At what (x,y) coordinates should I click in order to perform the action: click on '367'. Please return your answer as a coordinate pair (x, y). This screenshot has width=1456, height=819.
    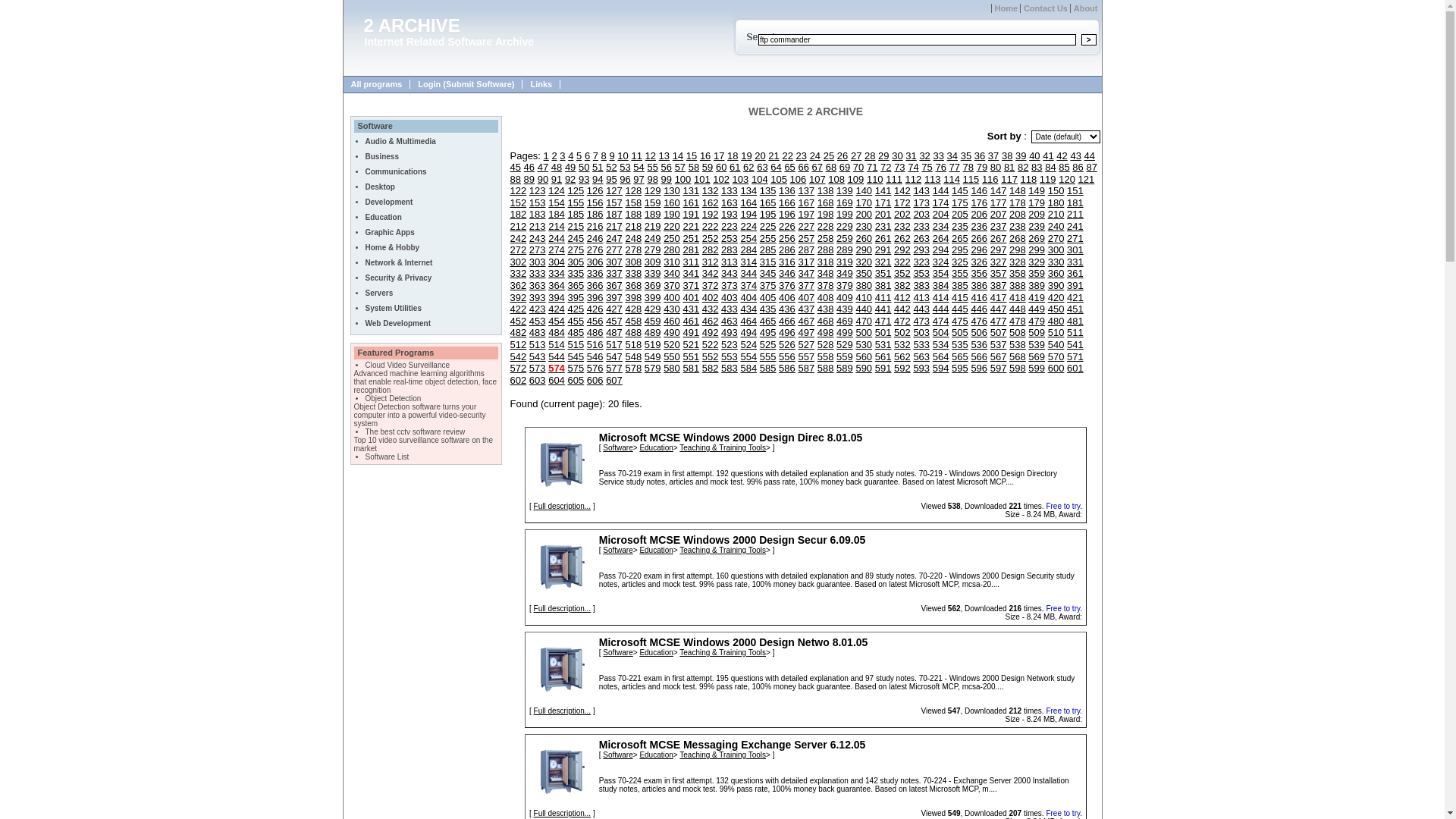
    Looking at the image, I should click on (604, 285).